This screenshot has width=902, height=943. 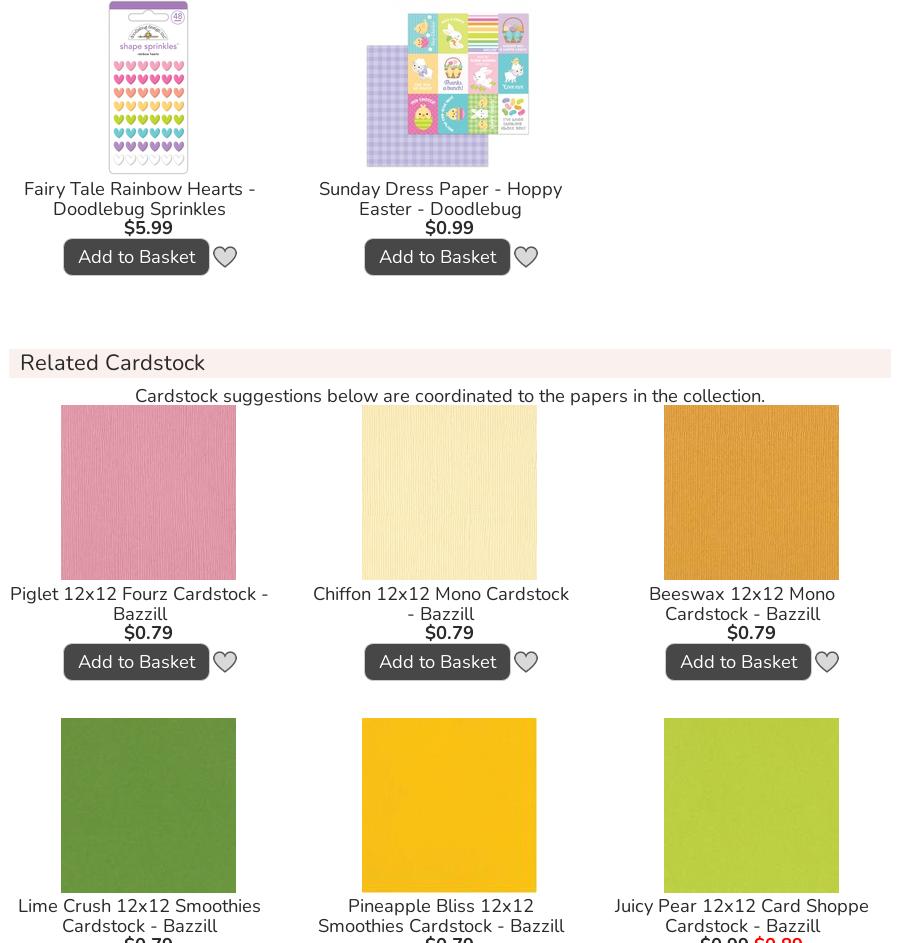 What do you see at coordinates (425, 227) in the screenshot?
I see `'$0.99'` at bounding box center [425, 227].